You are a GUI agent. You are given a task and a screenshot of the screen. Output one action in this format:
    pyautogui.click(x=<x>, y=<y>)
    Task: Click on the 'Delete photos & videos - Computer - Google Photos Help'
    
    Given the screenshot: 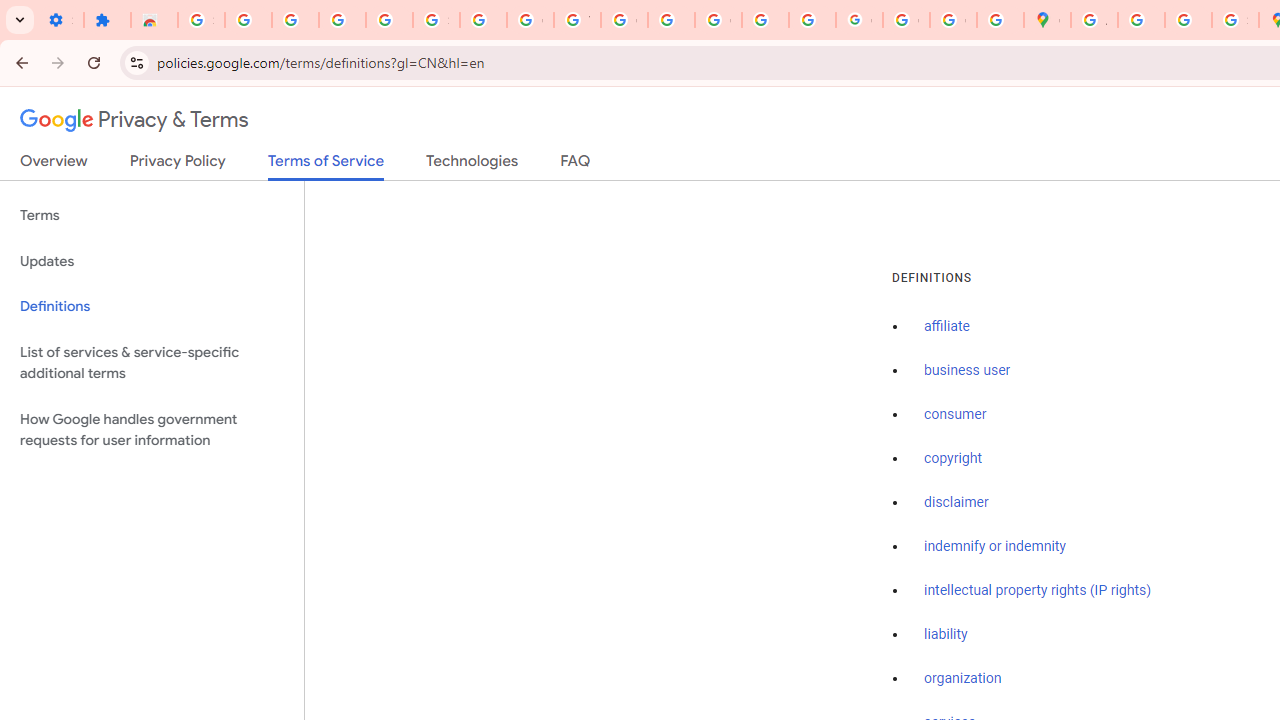 What is the action you would take?
    pyautogui.click(x=294, y=20)
    